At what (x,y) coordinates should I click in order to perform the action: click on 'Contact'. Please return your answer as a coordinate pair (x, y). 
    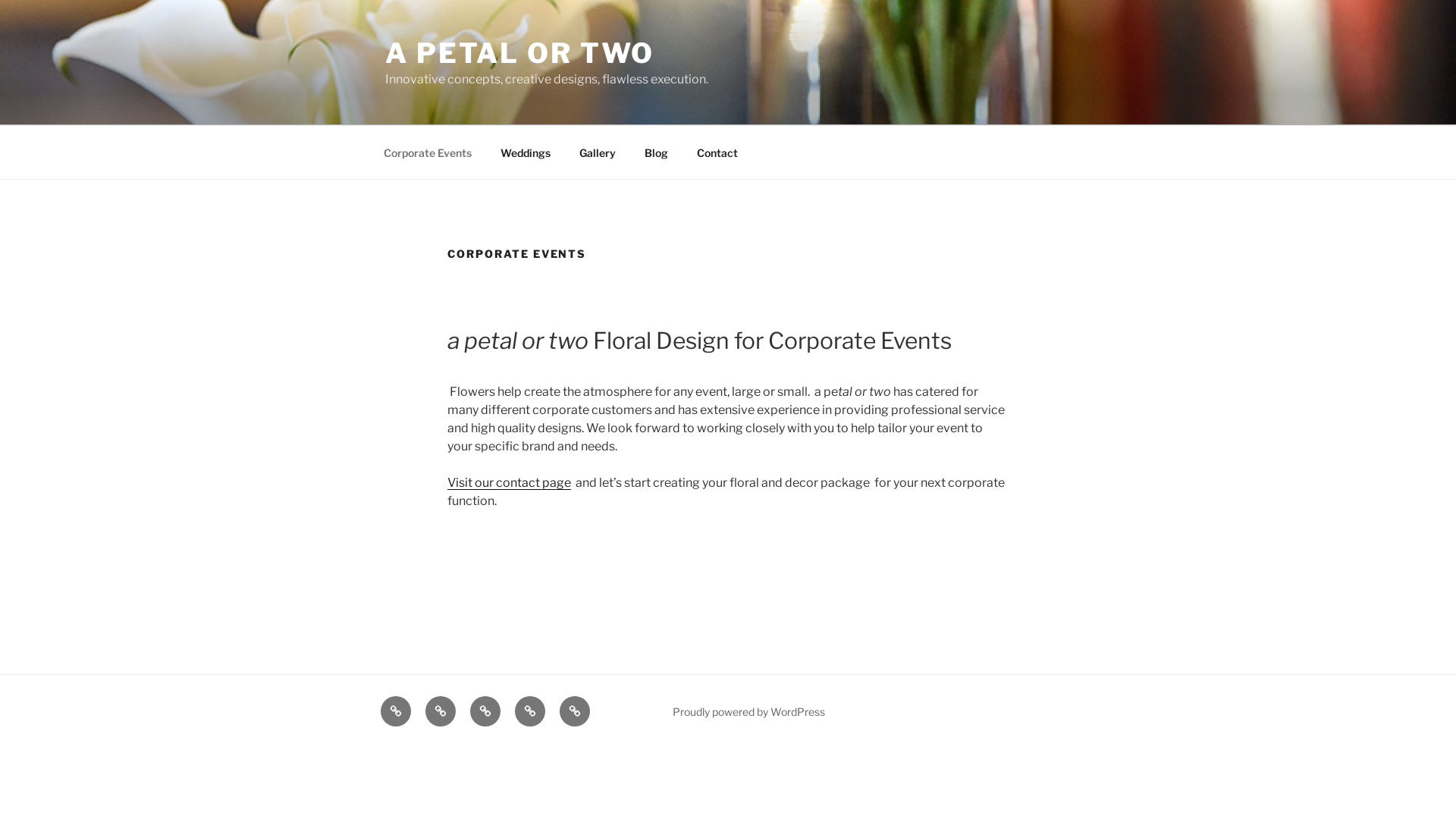
    Looking at the image, I should click on (574, 711).